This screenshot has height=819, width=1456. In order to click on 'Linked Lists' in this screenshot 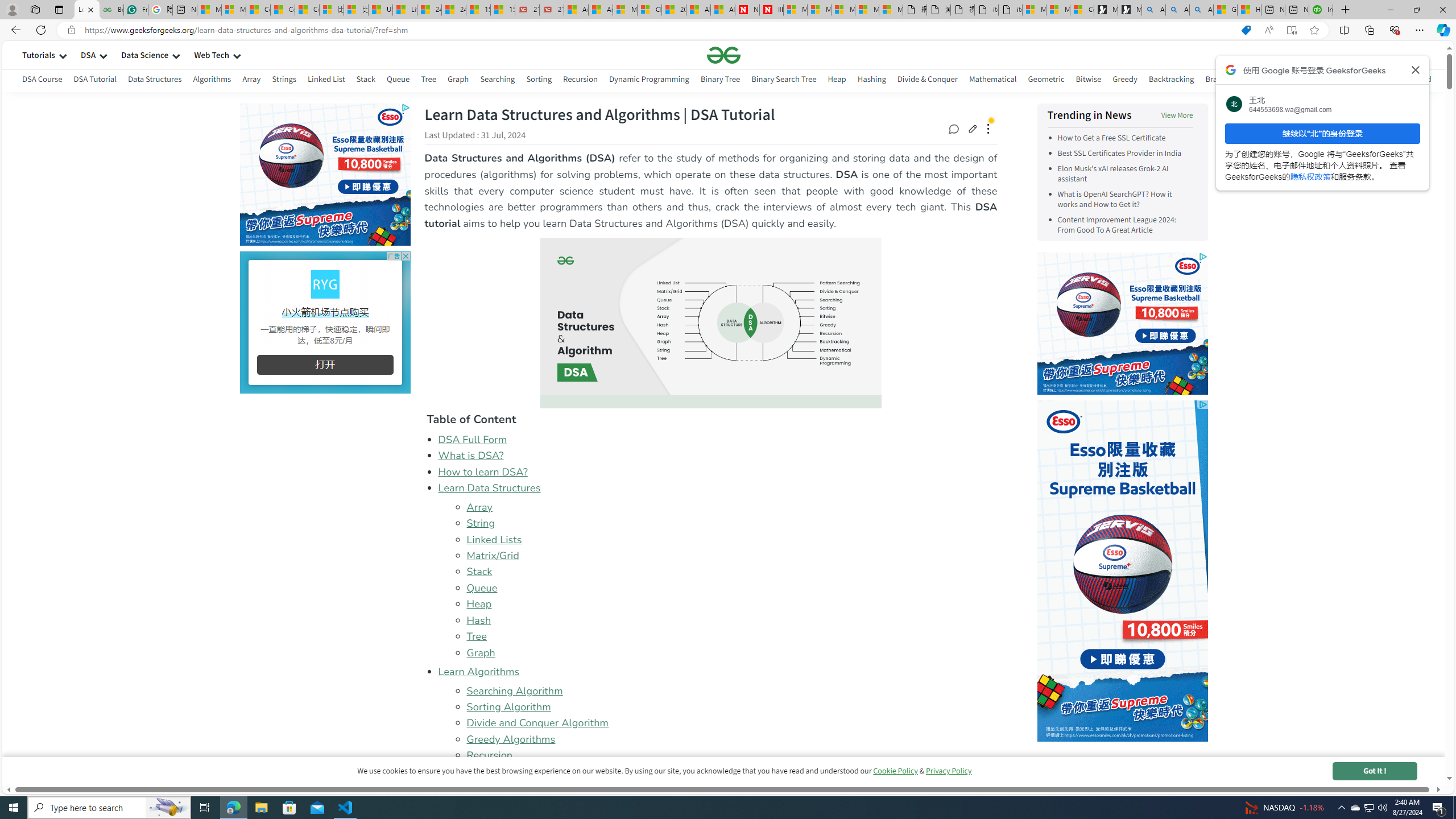, I will do `click(494, 539)`.